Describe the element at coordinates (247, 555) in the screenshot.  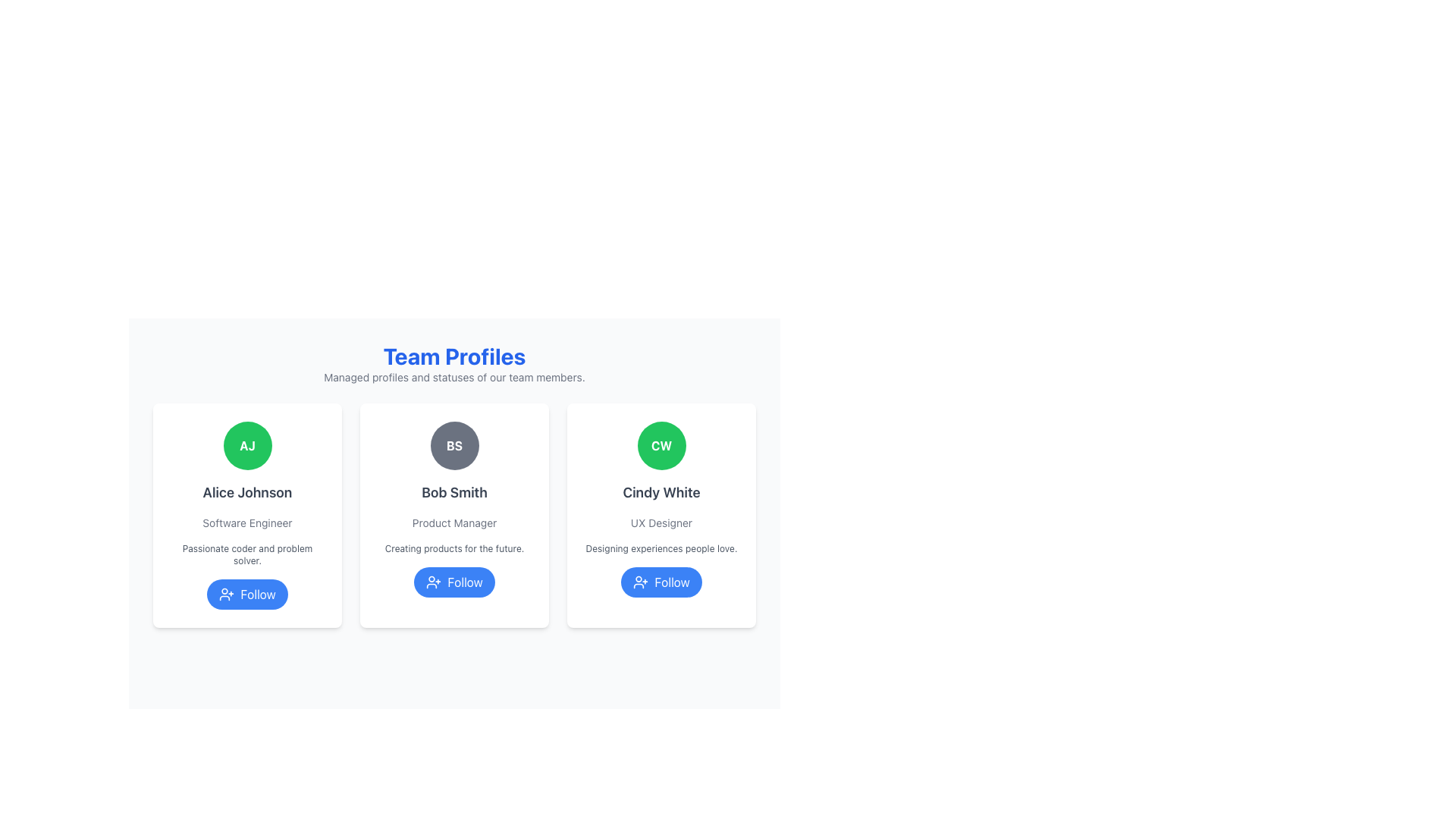
I see `the text line displaying 'Passionate coder and problem solver.' within Alice Johnson's profile card, which is positioned below the job title 'Software Engineer' and above the 'Follow' button` at that location.